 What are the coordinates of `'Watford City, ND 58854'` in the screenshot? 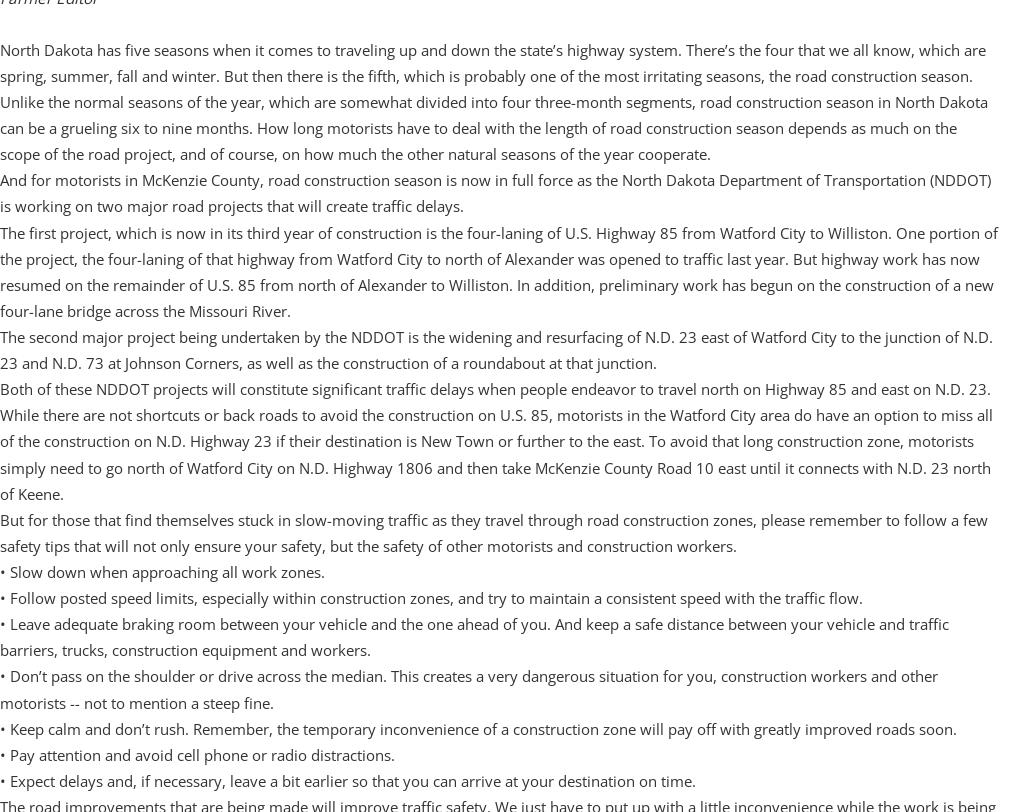 It's located at (14, 15).